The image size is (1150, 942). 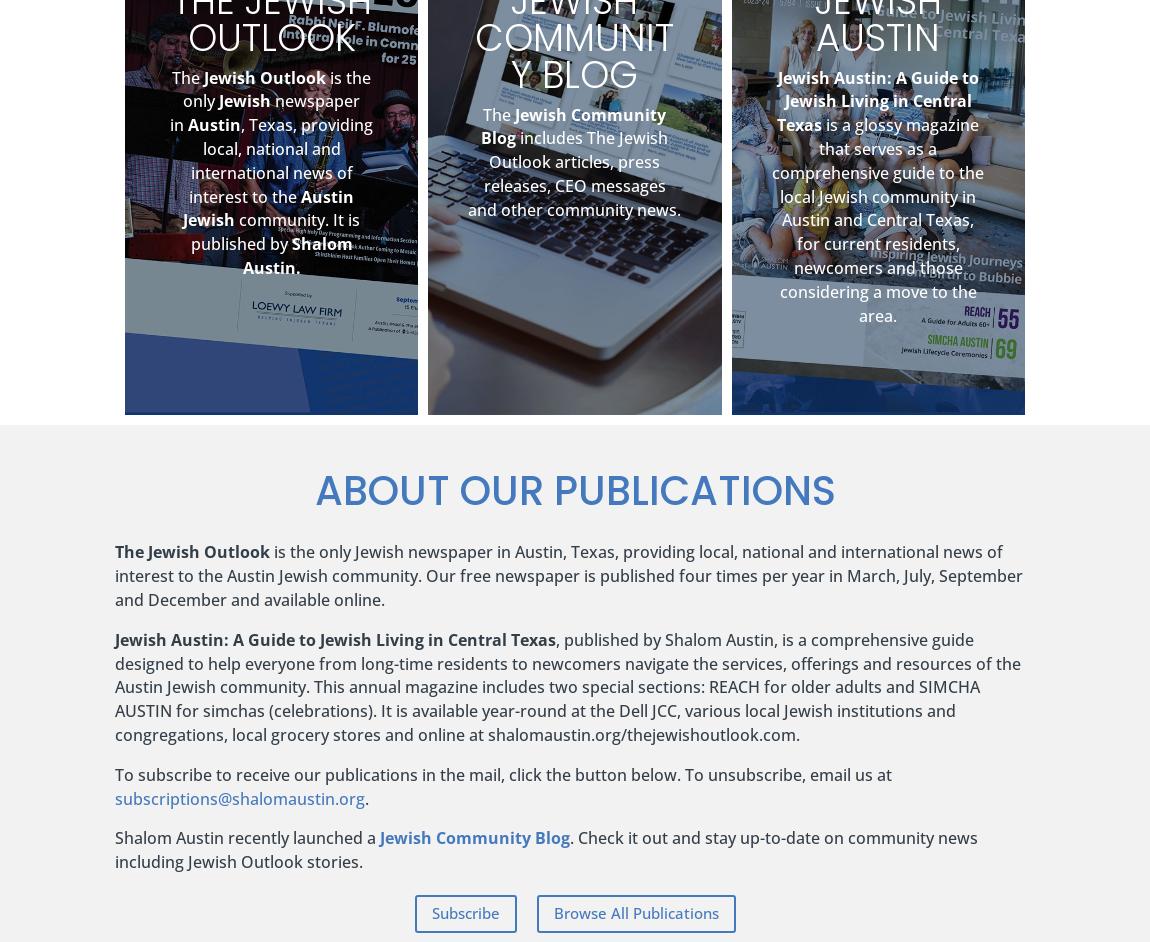 What do you see at coordinates (546, 849) in the screenshot?
I see `'s including'` at bounding box center [546, 849].